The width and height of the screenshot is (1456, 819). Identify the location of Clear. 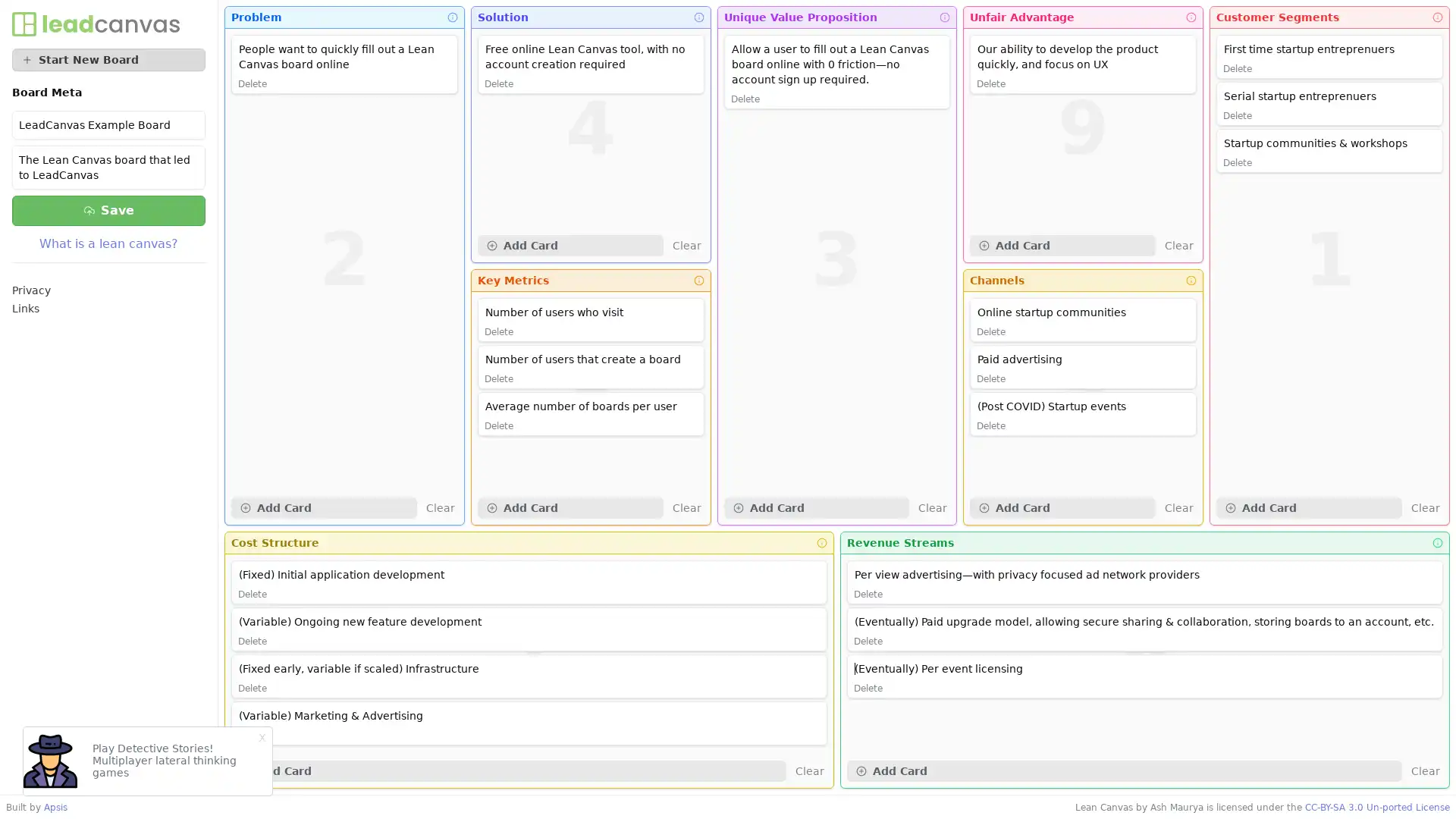
(1178, 244).